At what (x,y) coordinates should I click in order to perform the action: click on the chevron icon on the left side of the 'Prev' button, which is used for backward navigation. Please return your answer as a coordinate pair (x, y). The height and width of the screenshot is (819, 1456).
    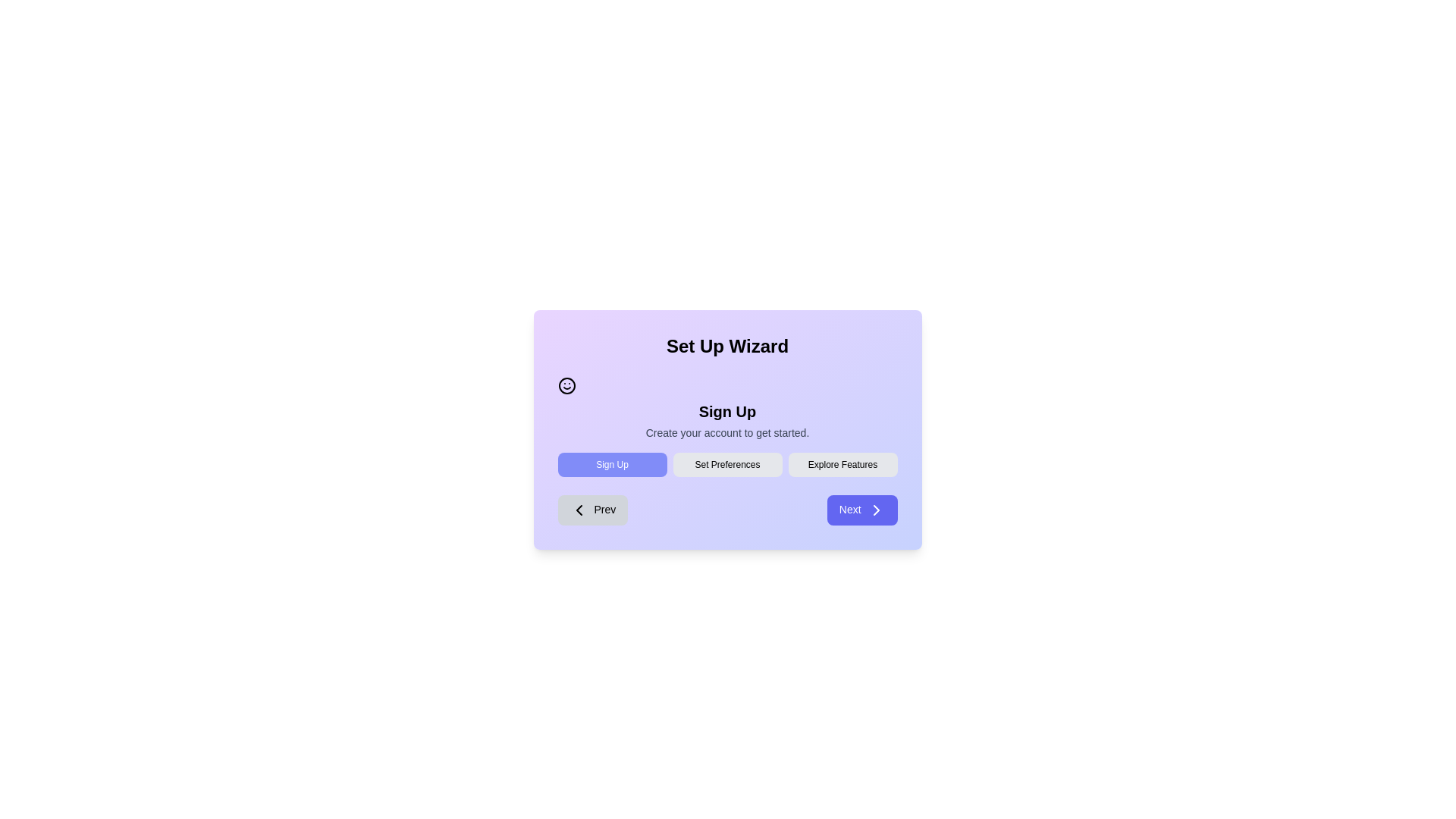
    Looking at the image, I should click on (578, 510).